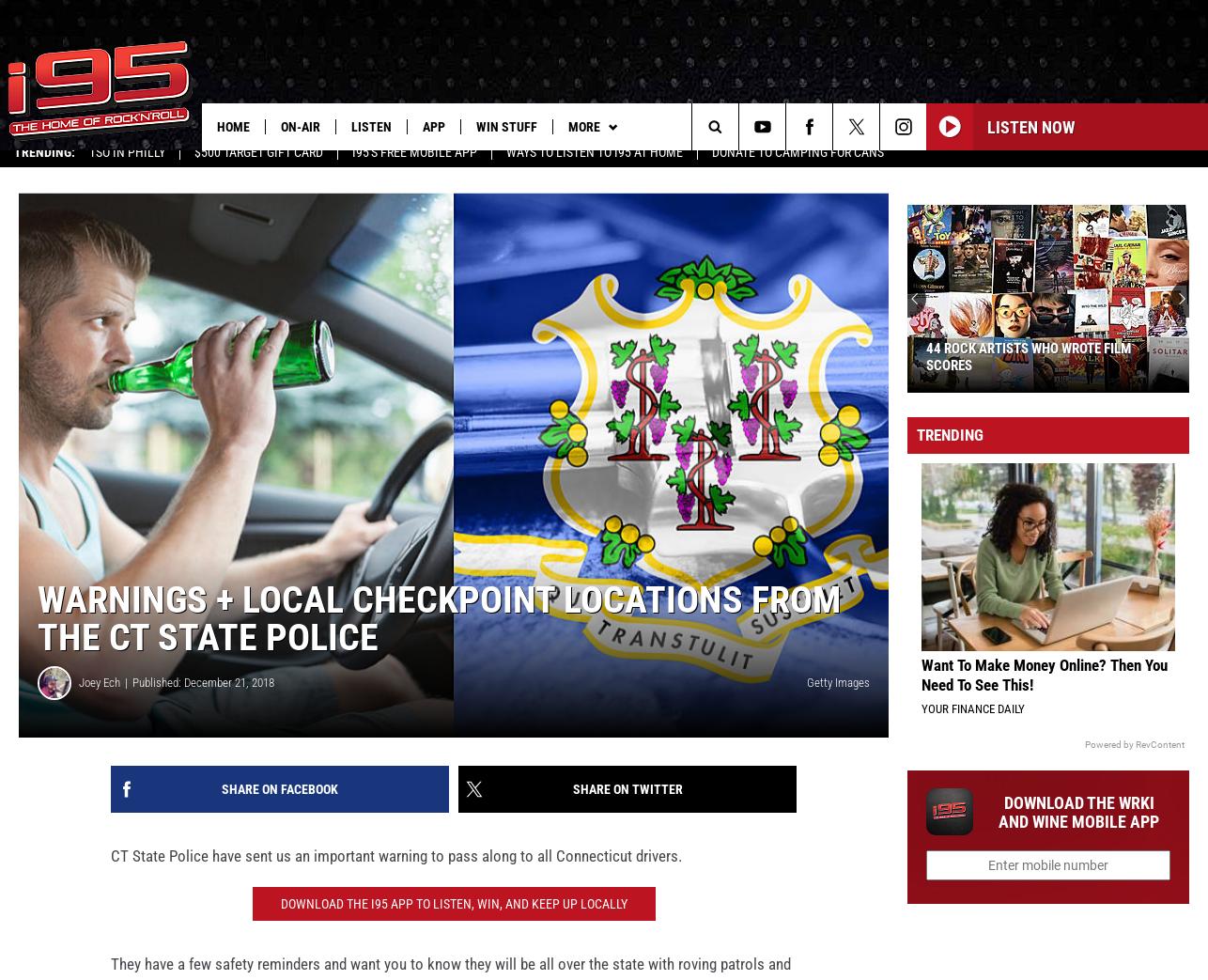 This screenshot has height=980, width=1208. What do you see at coordinates (349, 126) in the screenshot?
I see `'Listen'` at bounding box center [349, 126].